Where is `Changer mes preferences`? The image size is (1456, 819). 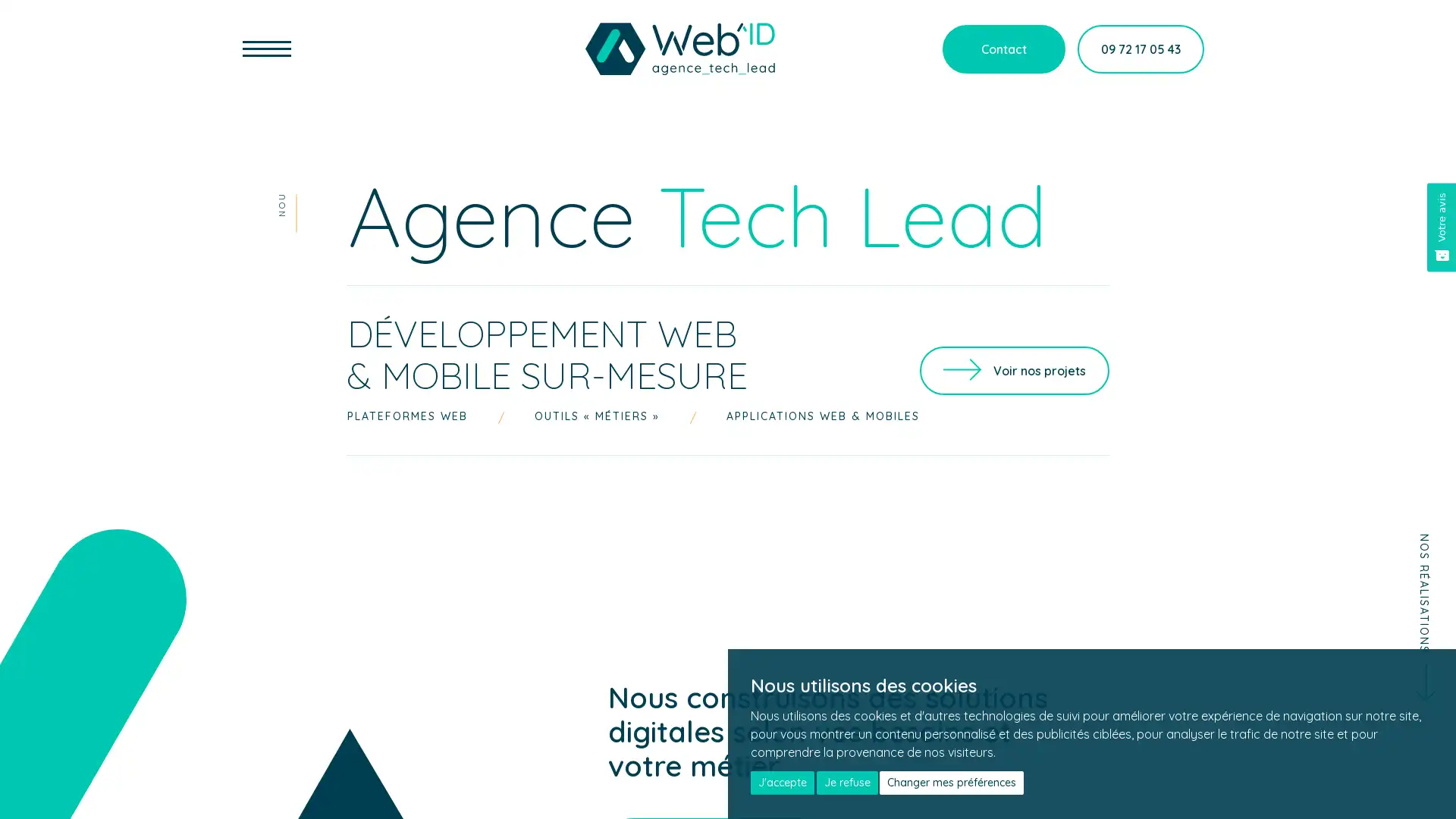 Changer mes preferences is located at coordinates (950, 782).